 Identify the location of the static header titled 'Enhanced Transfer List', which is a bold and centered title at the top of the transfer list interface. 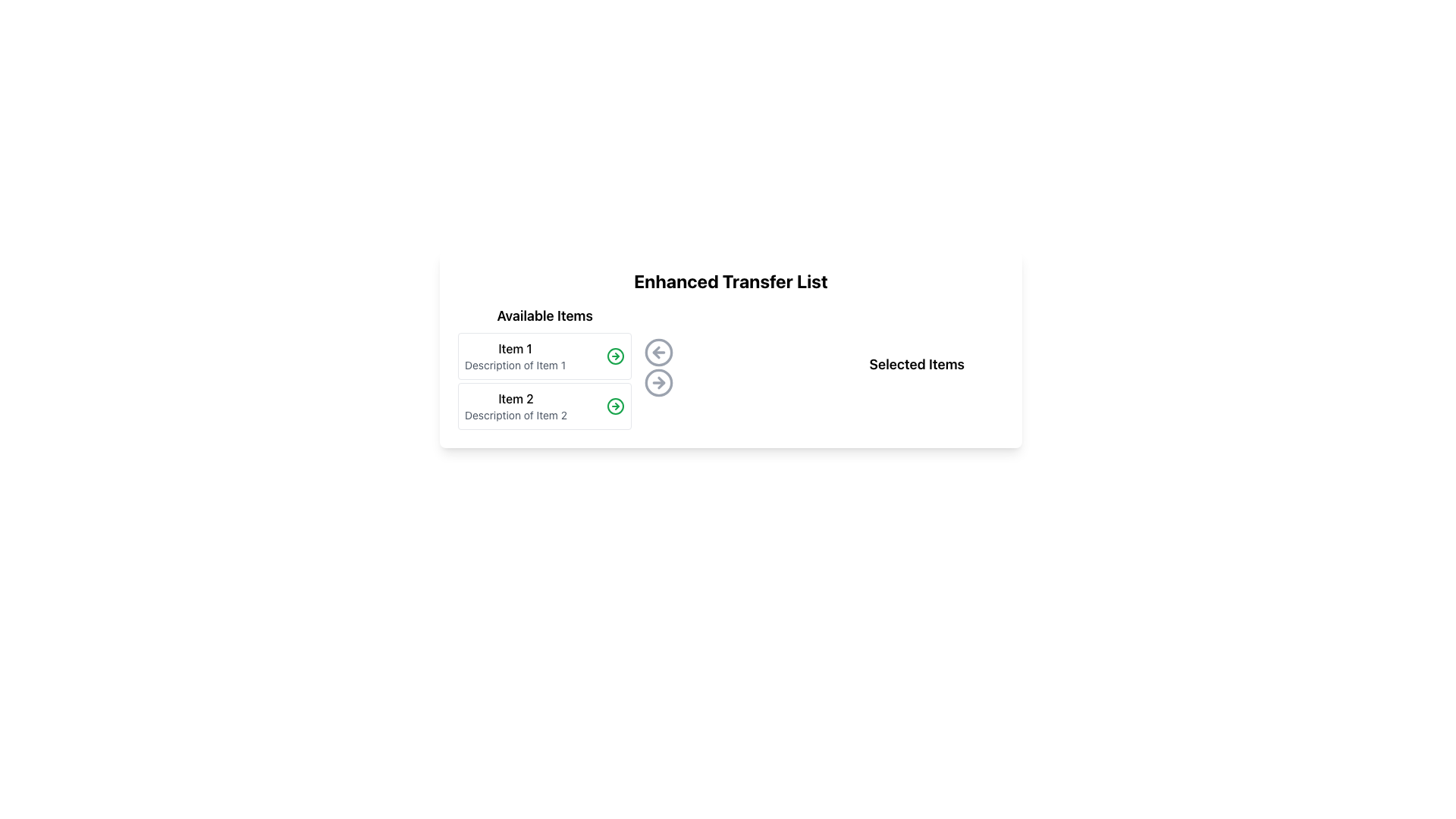
(731, 281).